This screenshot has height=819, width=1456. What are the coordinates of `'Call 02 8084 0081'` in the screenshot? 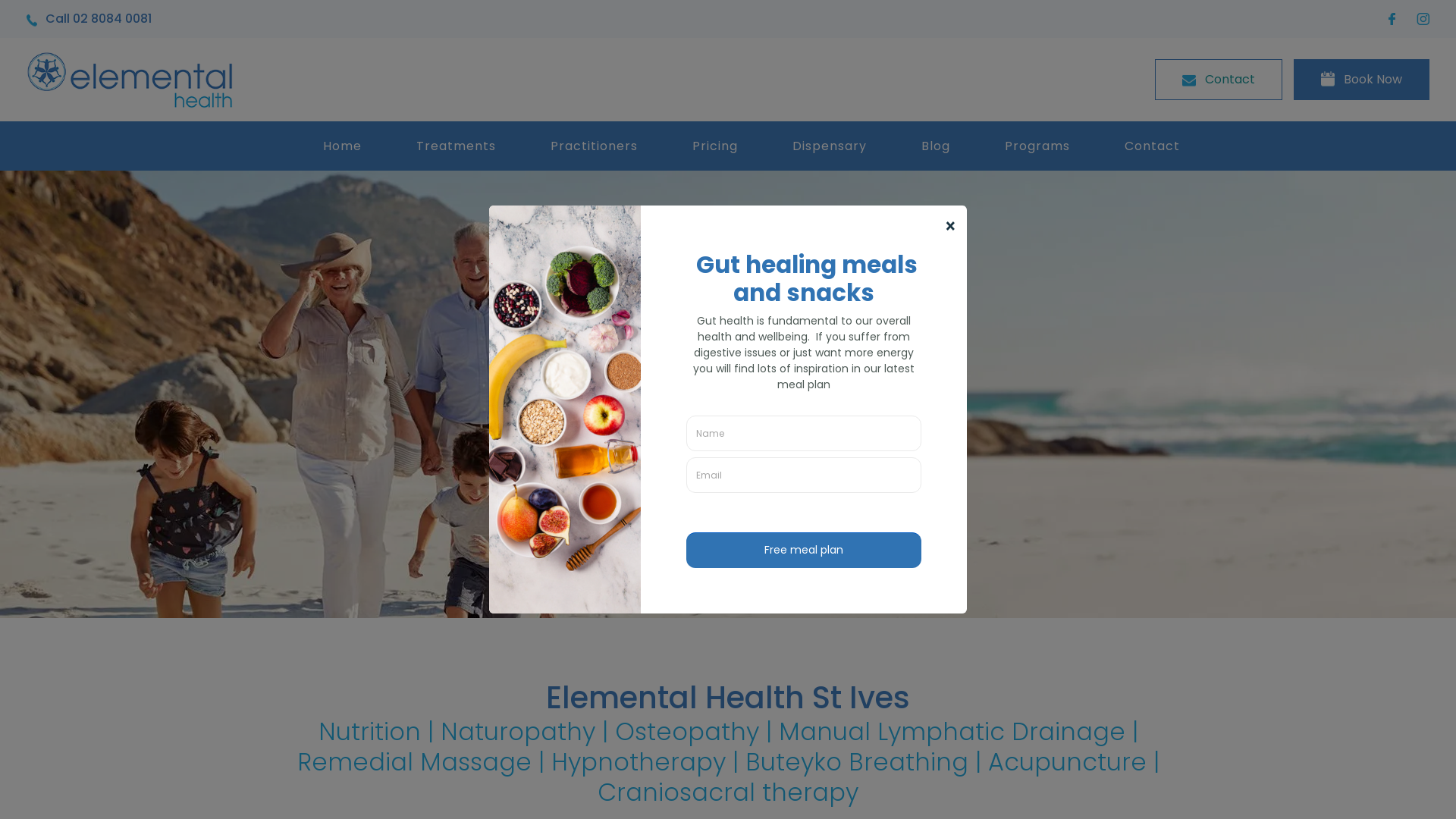 It's located at (26, 18).